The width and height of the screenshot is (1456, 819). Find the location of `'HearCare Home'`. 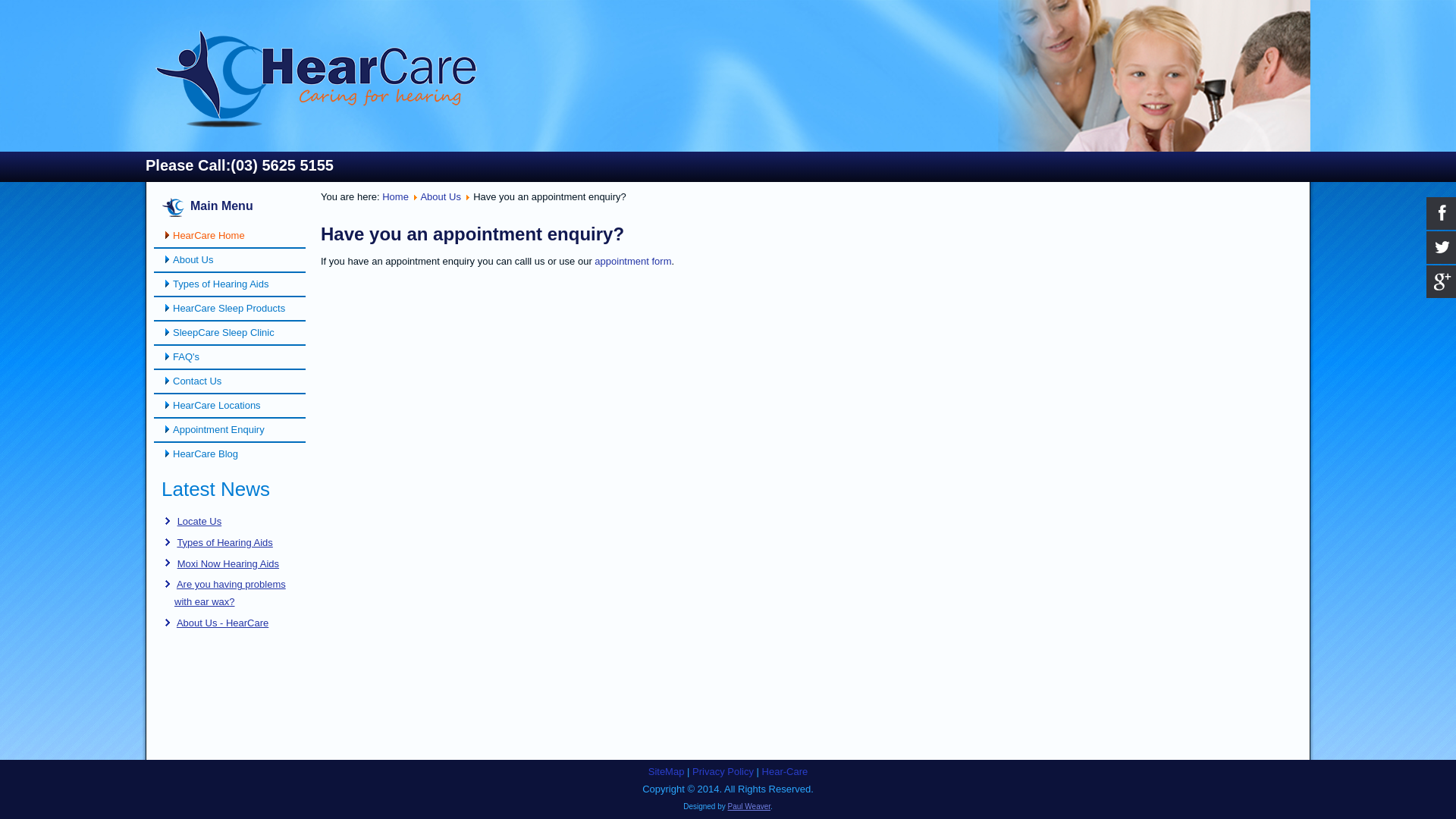

'HearCare Home' is located at coordinates (228, 236).